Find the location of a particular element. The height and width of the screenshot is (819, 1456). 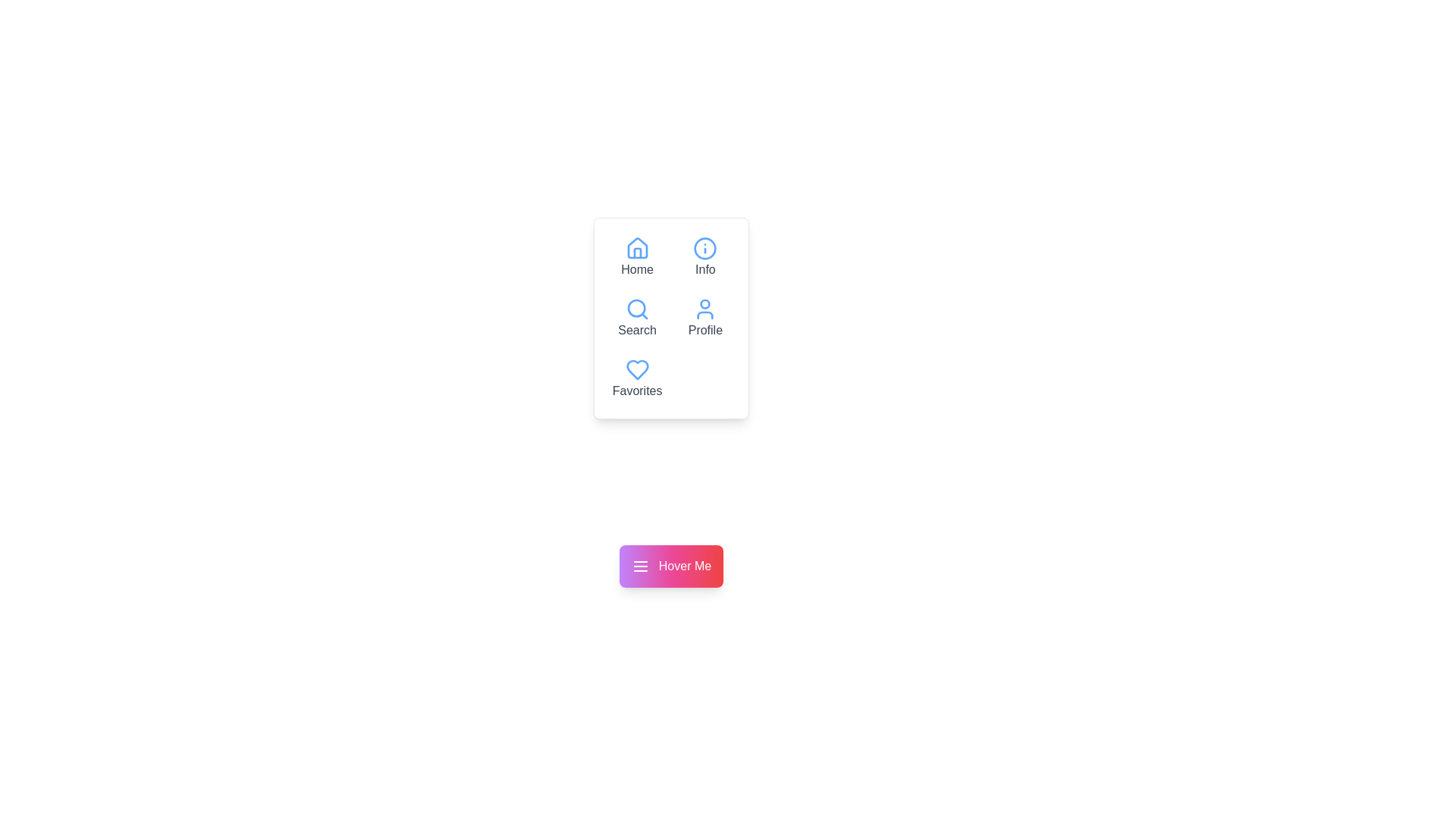

the 'Favorites' text label which is styled with gray color and positioned beneath a heart icon in the menu panel is located at coordinates (637, 391).